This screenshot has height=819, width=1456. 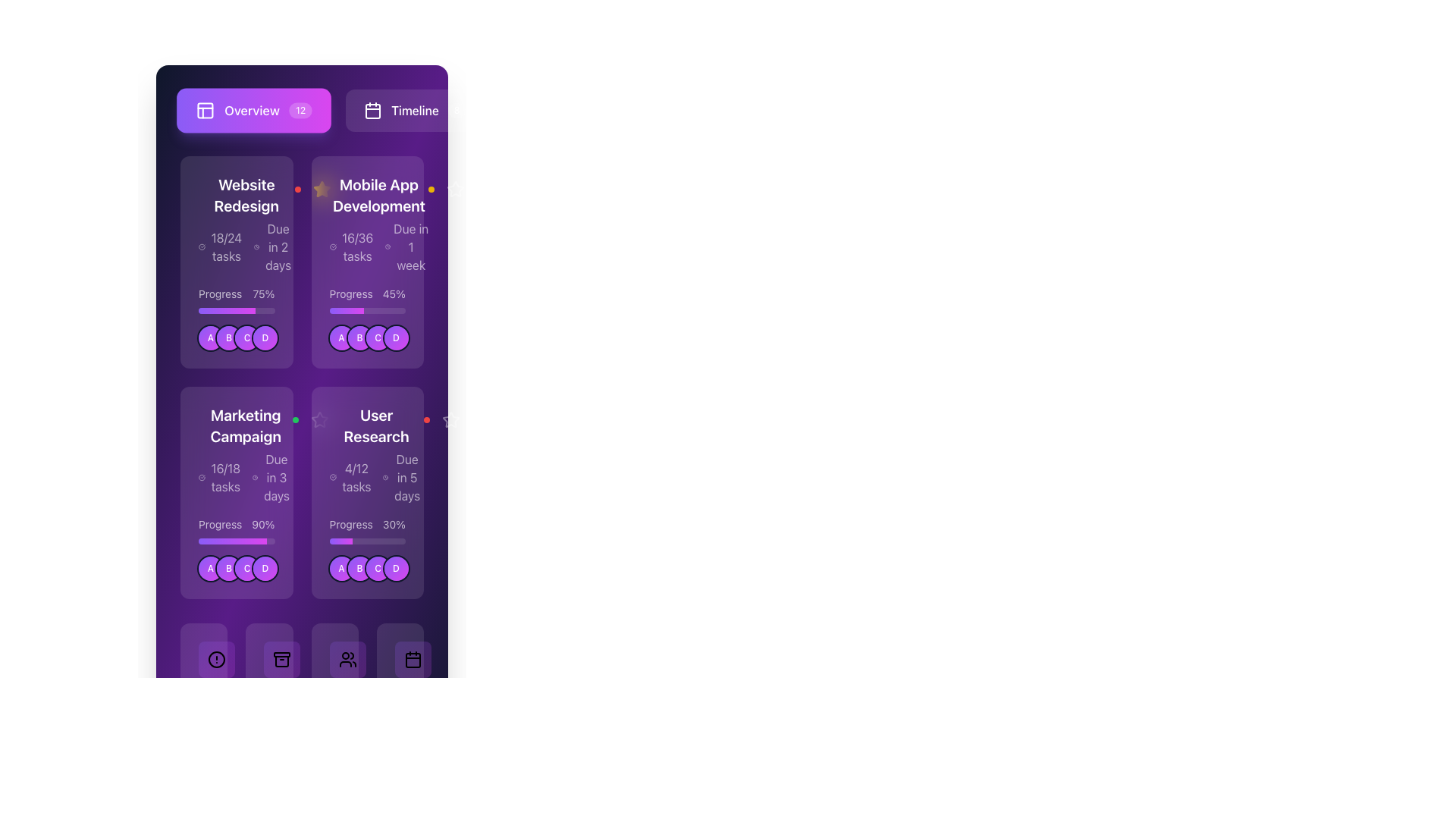 What do you see at coordinates (331, 189) in the screenshot?
I see `the golden star icon located to the left of the 'Mobile App Development' project's title text` at bounding box center [331, 189].